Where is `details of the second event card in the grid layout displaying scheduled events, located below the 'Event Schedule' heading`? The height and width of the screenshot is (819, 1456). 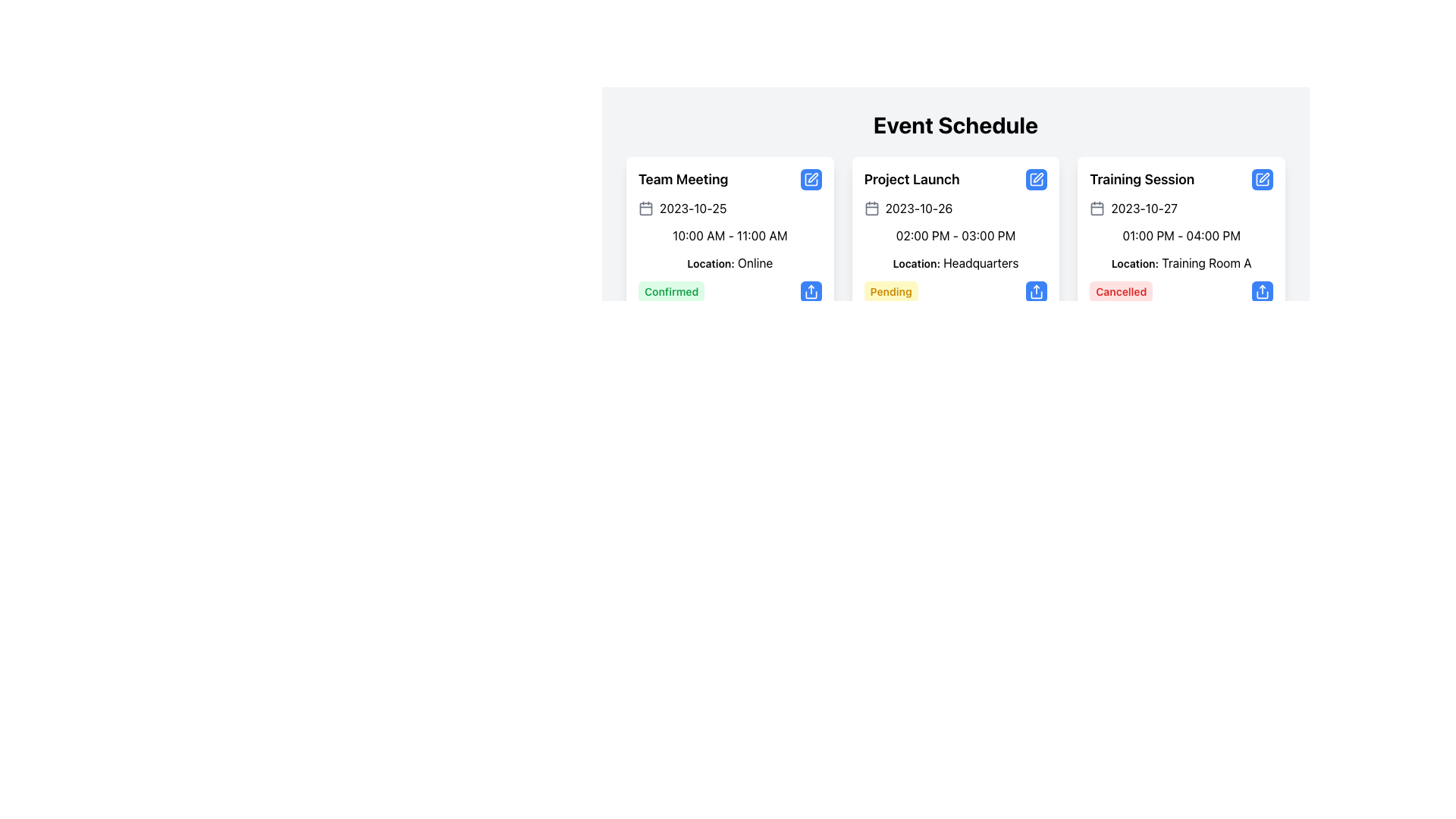 details of the second event card in the grid layout displaying scheduled events, located below the 'Event Schedule' heading is located at coordinates (955, 236).